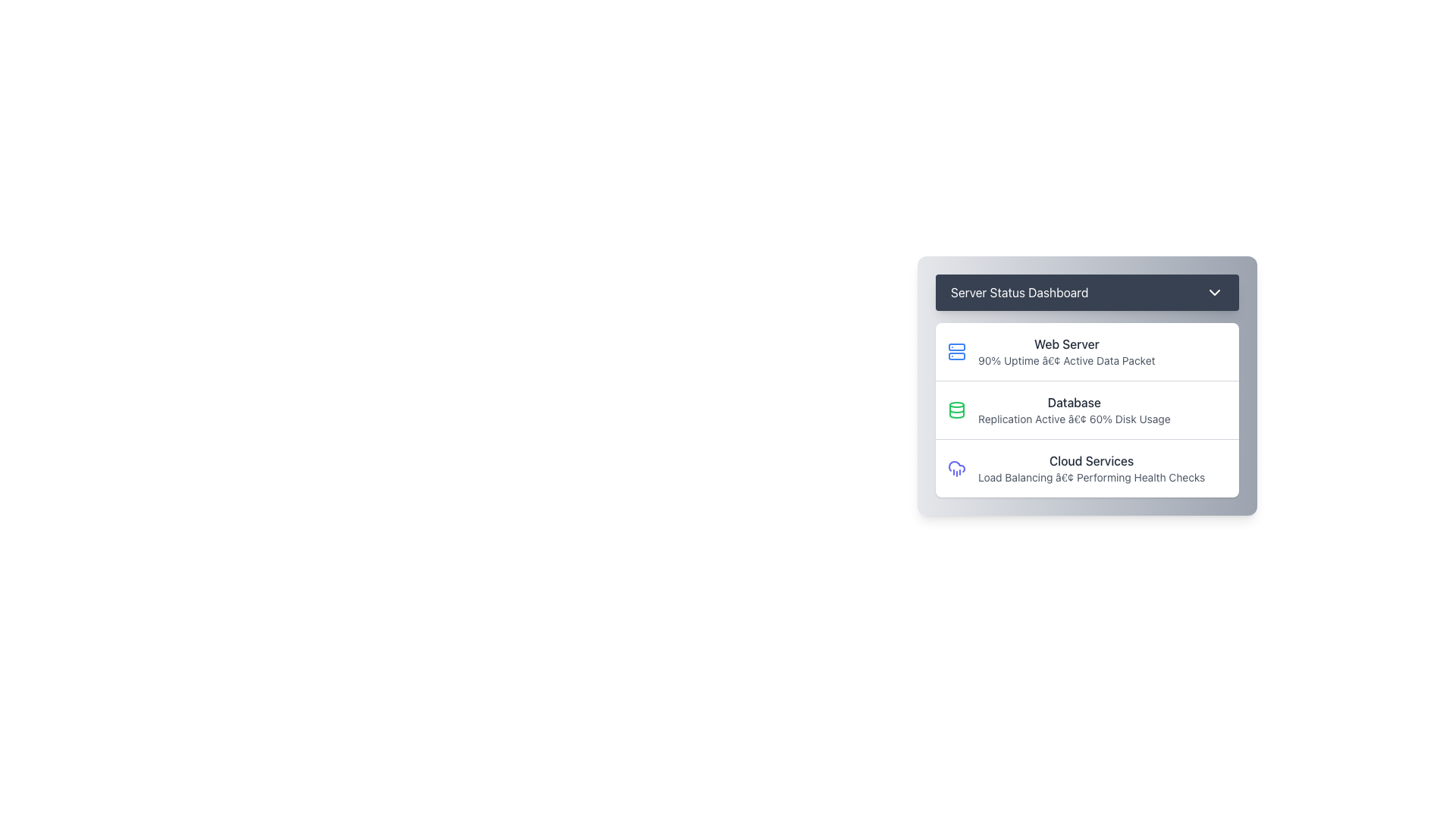 The width and height of the screenshot is (1456, 819). I want to click on the Text Label displaying 'Replication Active â€¢ 60% Disk Usage' located below the 'Database' header, so click(1073, 419).